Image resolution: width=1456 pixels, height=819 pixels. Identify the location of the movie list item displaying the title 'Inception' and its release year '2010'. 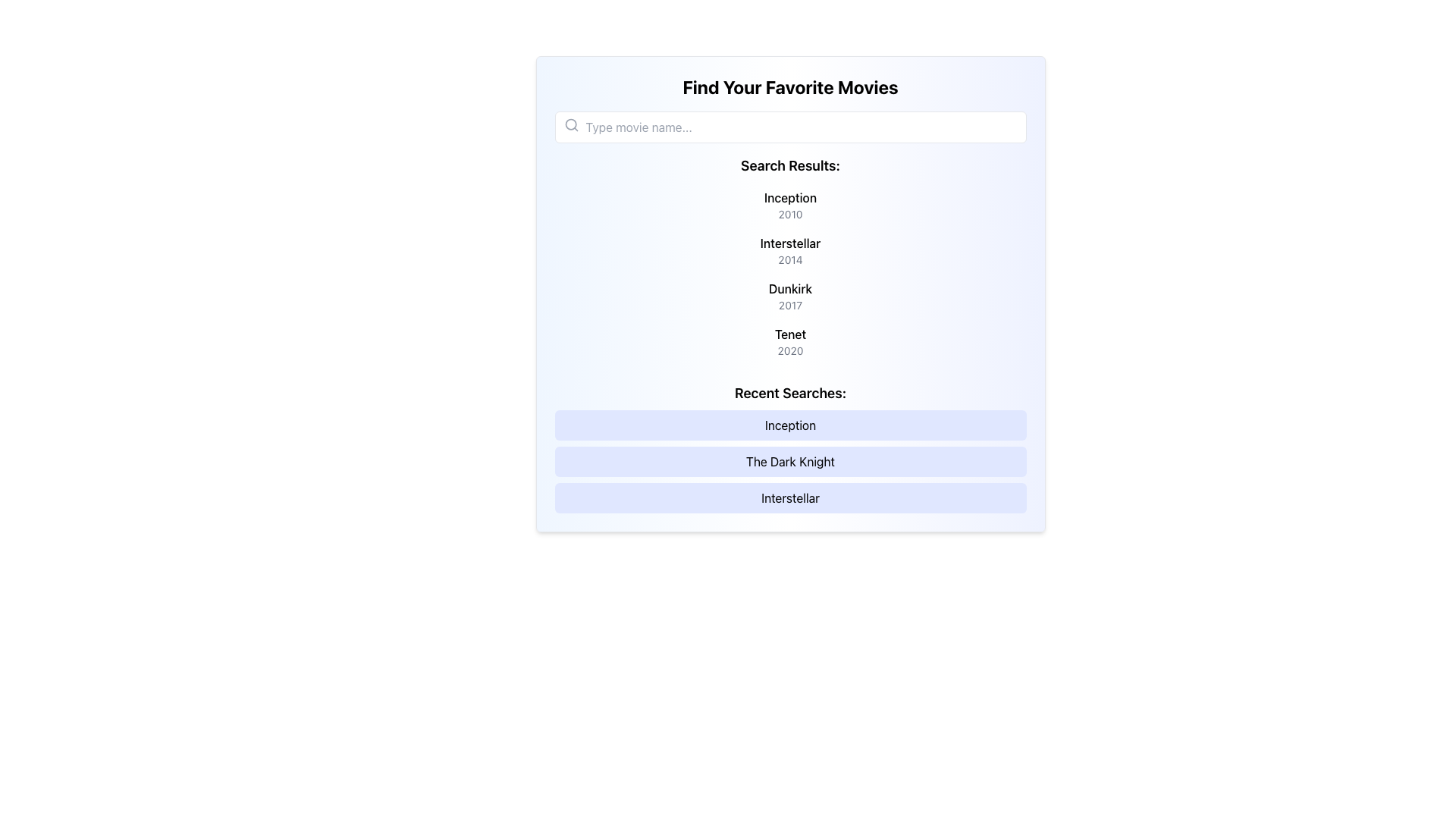
(789, 205).